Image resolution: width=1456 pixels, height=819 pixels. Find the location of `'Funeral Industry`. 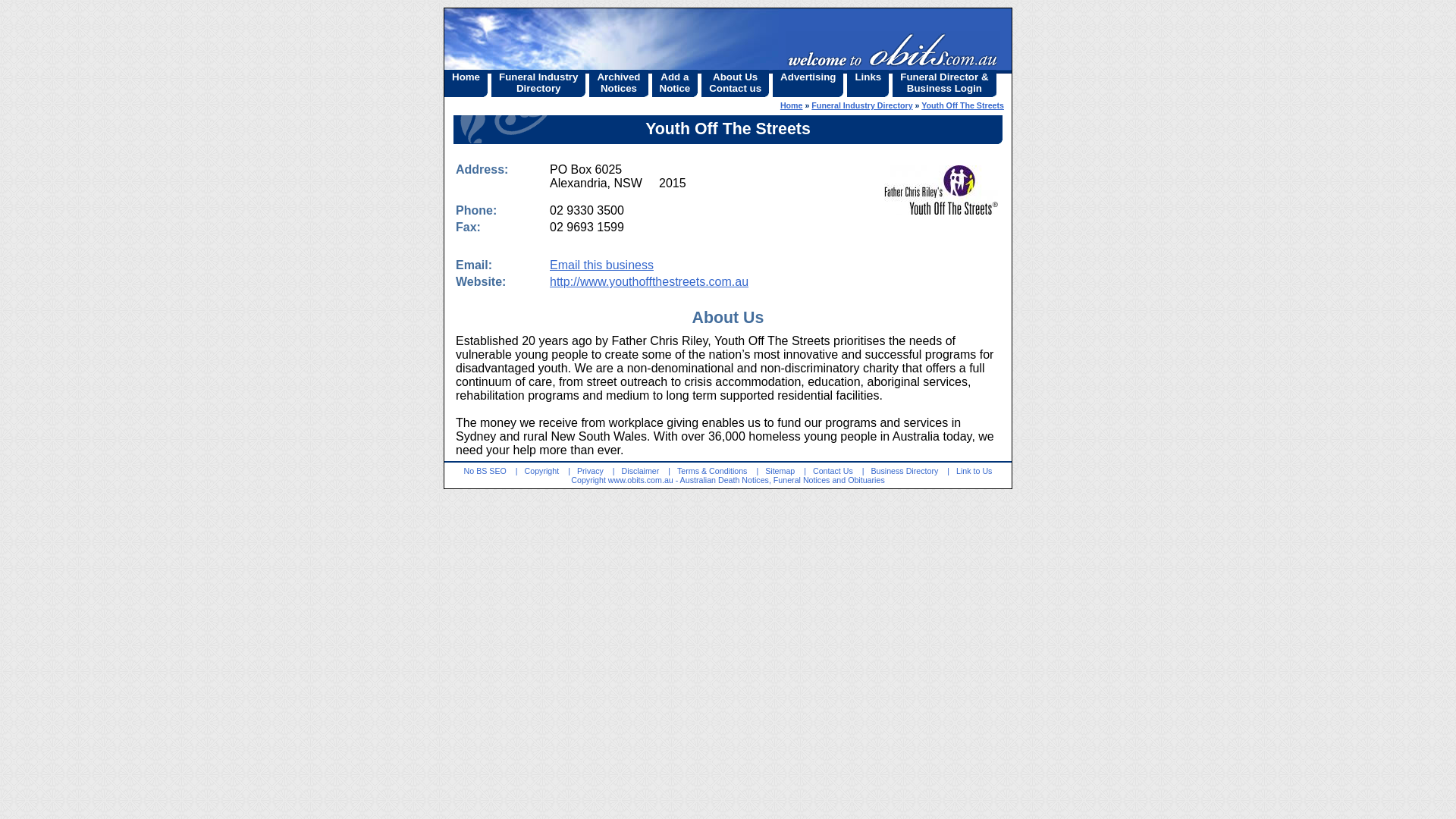

'Funeral Industry is located at coordinates (491, 83).